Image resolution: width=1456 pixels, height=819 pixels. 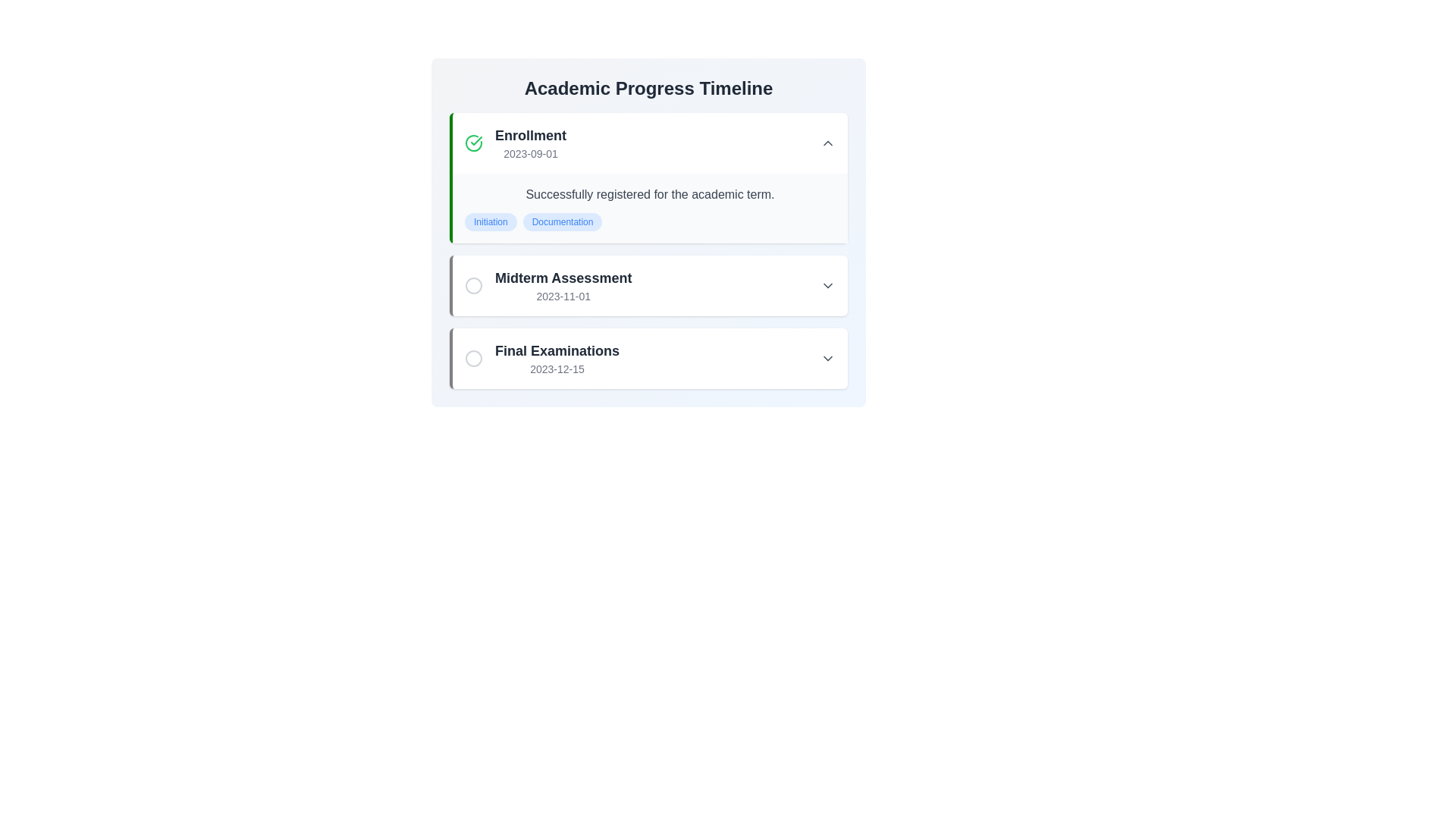 I want to click on the text label displaying '2023-09-01' located beneath the 'Enrollment' title in the timeline card, so click(x=531, y=154).